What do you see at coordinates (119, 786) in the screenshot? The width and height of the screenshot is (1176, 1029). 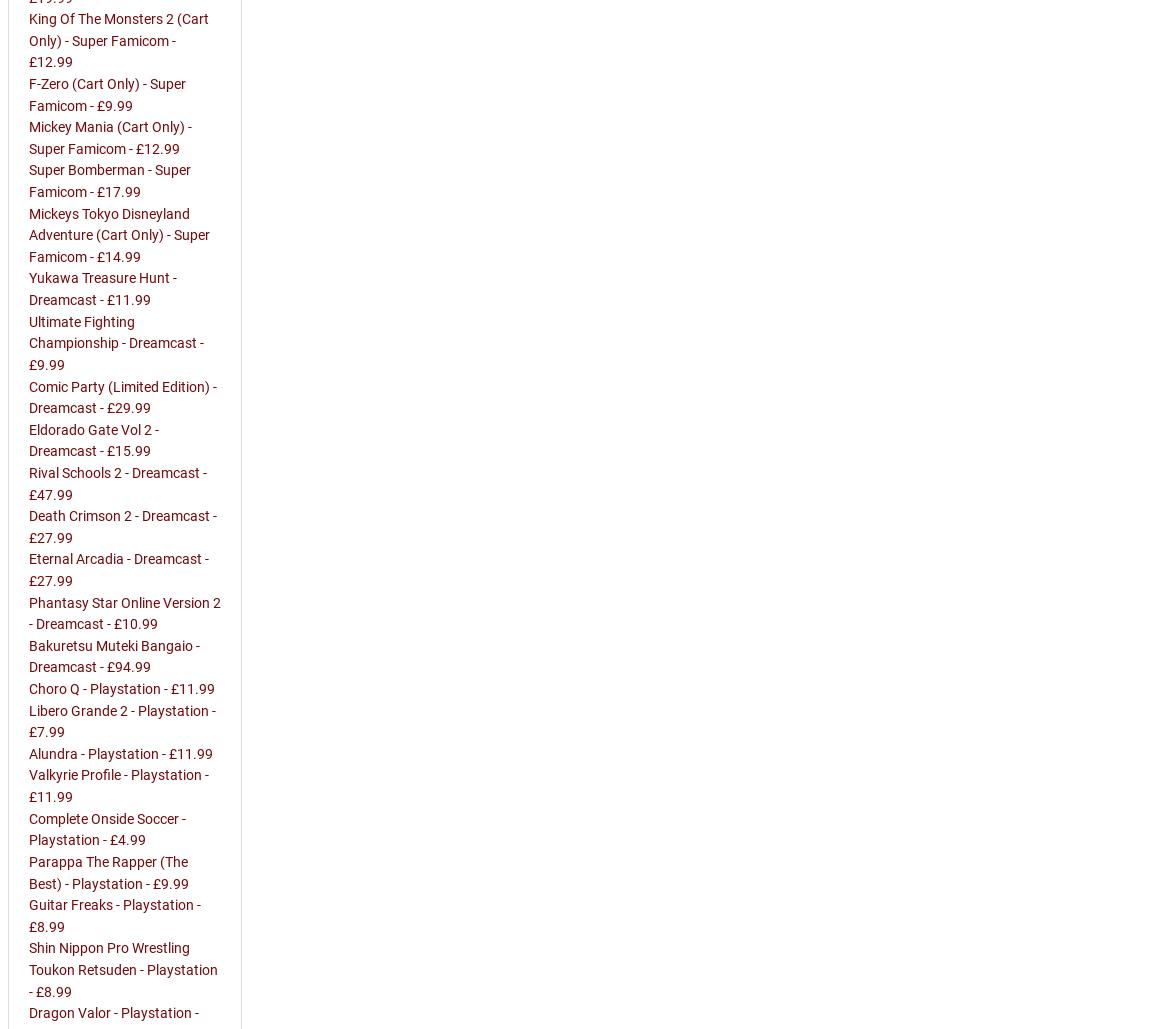 I see `'Valkyrie Profile - Playstation - £11.99'` at bounding box center [119, 786].